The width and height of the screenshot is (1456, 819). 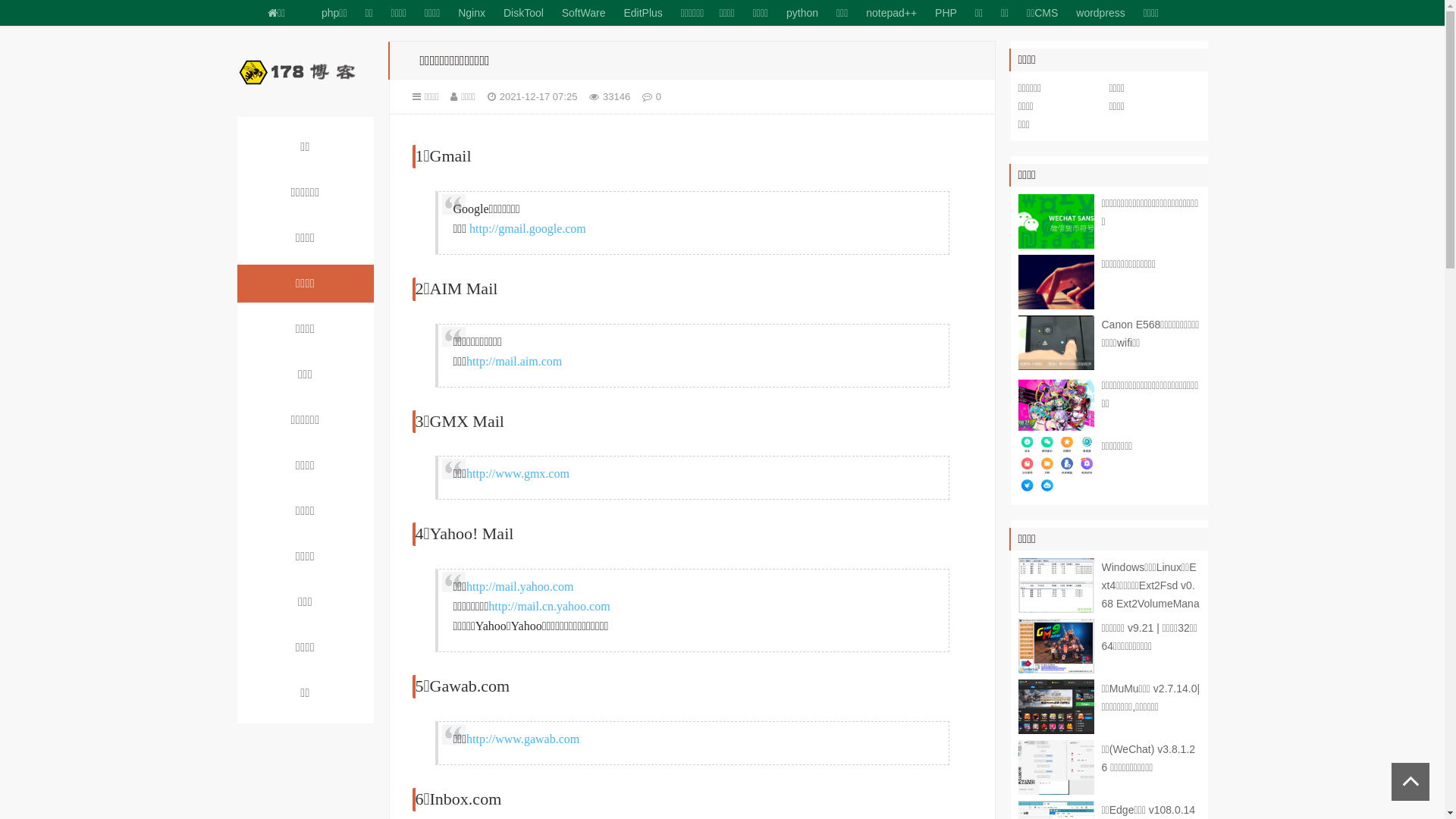 What do you see at coordinates (465, 472) in the screenshot?
I see `'http://www.gmx.com'` at bounding box center [465, 472].